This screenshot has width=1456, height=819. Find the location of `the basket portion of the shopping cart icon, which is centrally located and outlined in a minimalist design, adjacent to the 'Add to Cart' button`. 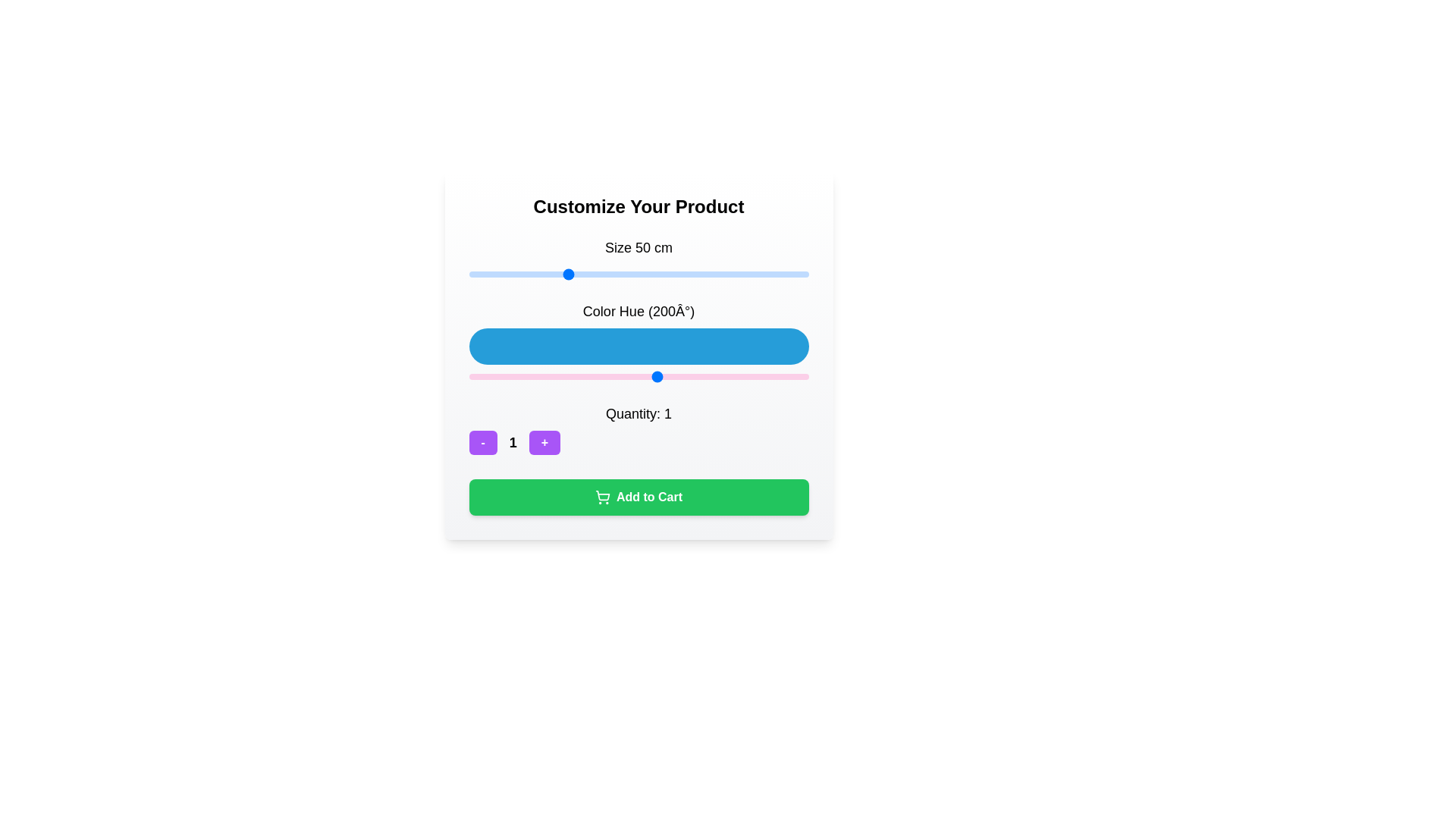

the basket portion of the shopping cart icon, which is centrally located and outlined in a minimalist design, adjacent to the 'Add to Cart' button is located at coordinates (602, 495).